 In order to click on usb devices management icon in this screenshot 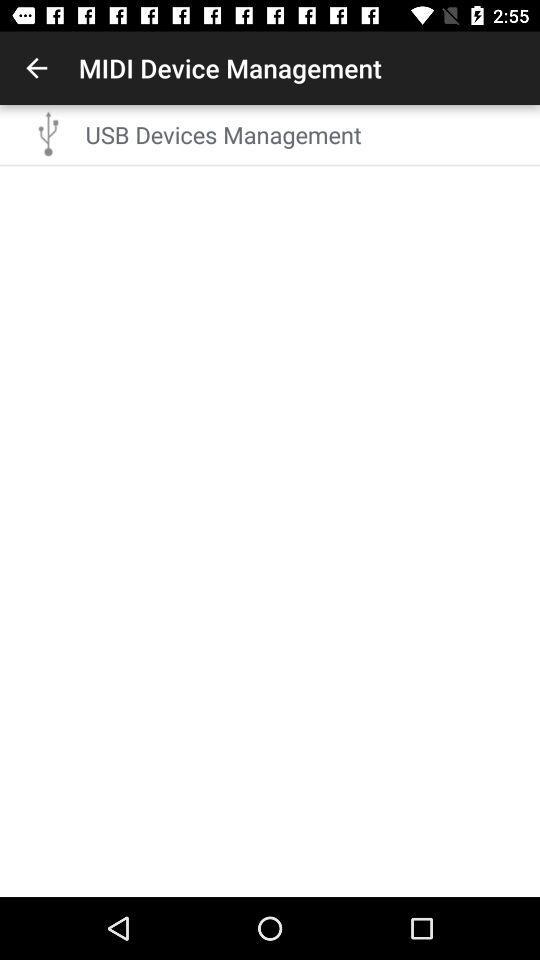, I will do `click(306, 133)`.